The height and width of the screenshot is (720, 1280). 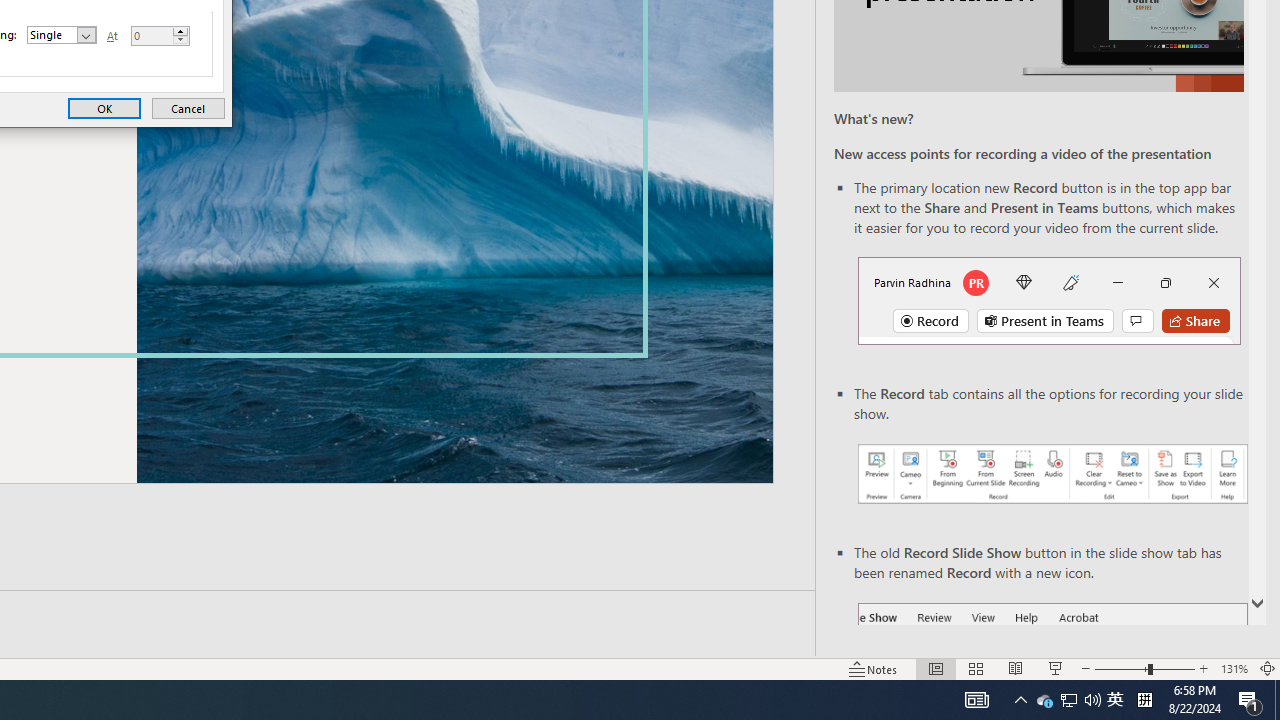 I want to click on 'Cancel', so click(x=188, y=108).